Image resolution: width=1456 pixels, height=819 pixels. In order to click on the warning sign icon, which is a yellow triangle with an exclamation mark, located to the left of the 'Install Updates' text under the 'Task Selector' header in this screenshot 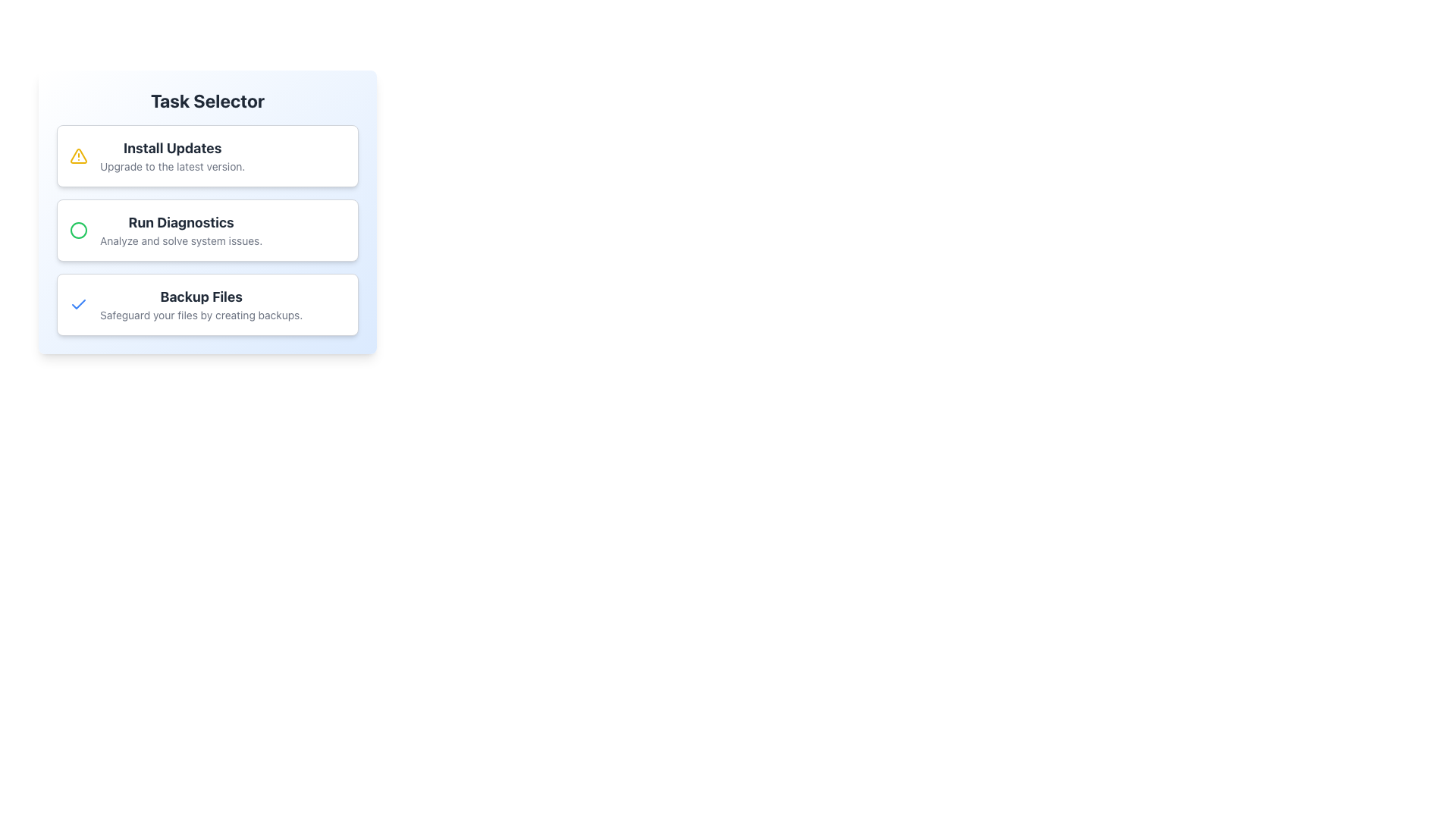, I will do `click(78, 155)`.